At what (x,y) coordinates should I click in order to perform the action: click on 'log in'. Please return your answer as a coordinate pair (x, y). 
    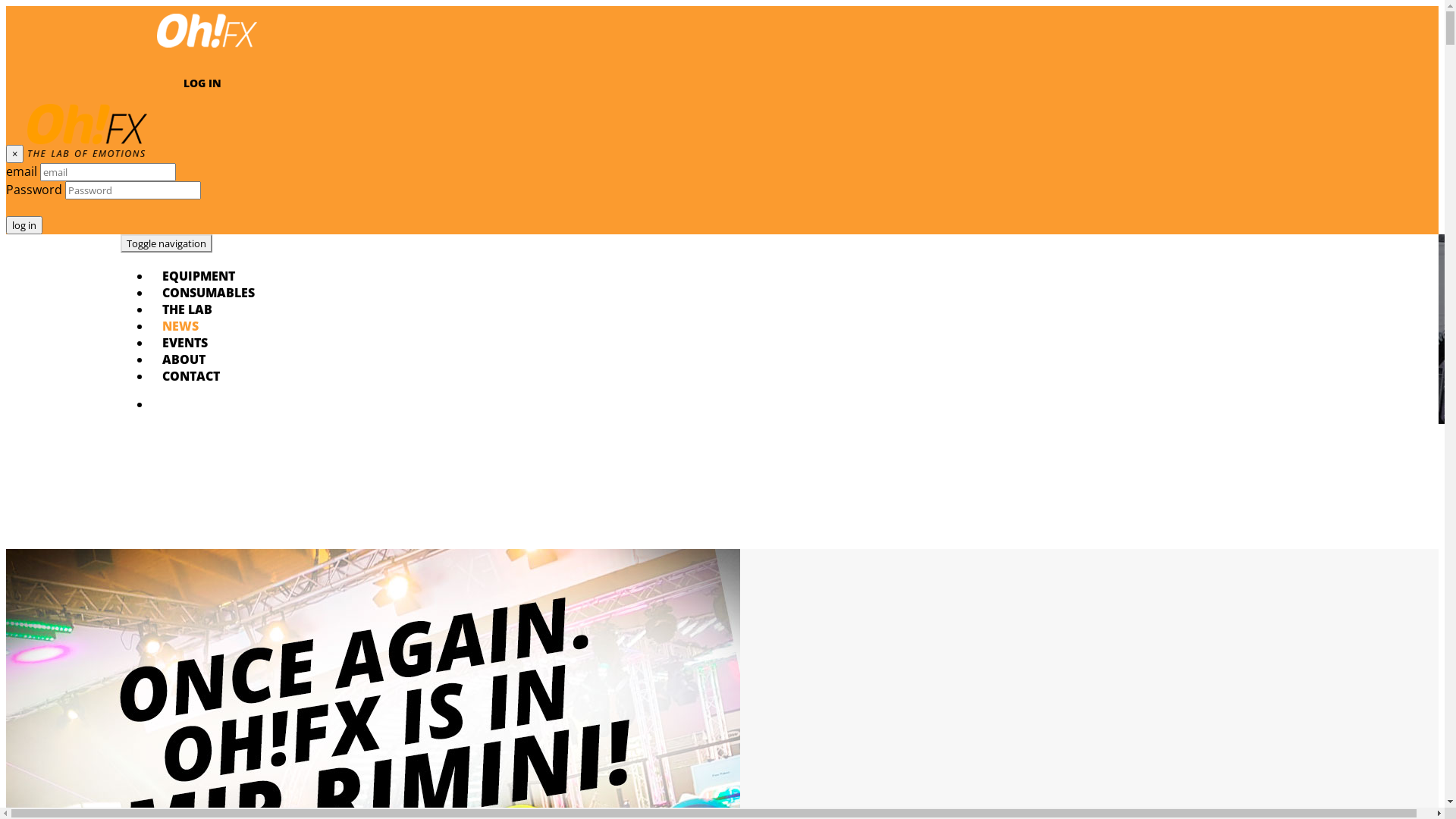
    Looking at the image, I should click on (6, 225).